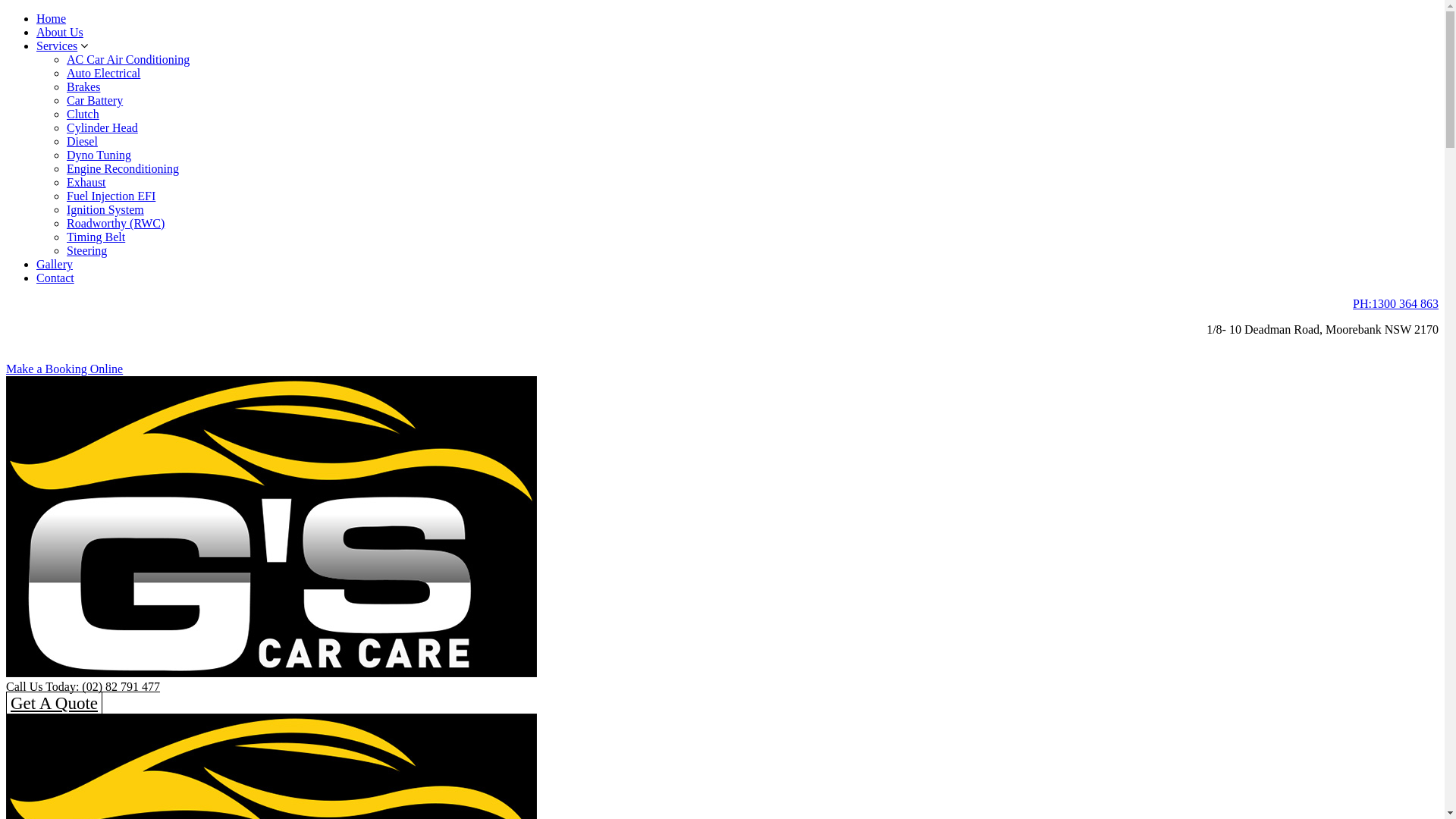  I want to click on 'Make a Booking Online', so click(6, 369).